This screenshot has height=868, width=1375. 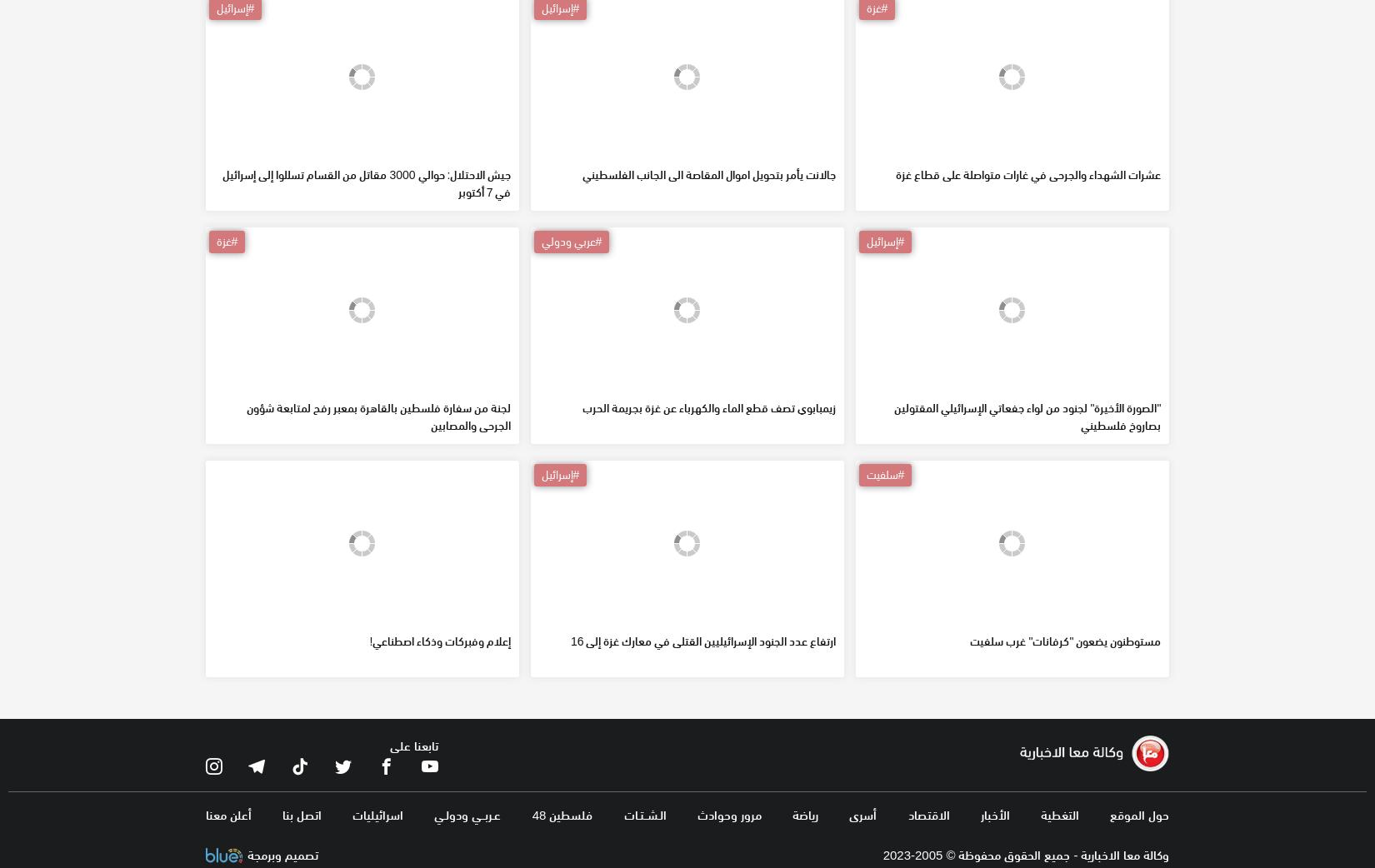 I want to click on '49 جريحا فلسطينيا عبروا لمصر عبر معبر رفح البري اليوم', so click(x=387, y=60).